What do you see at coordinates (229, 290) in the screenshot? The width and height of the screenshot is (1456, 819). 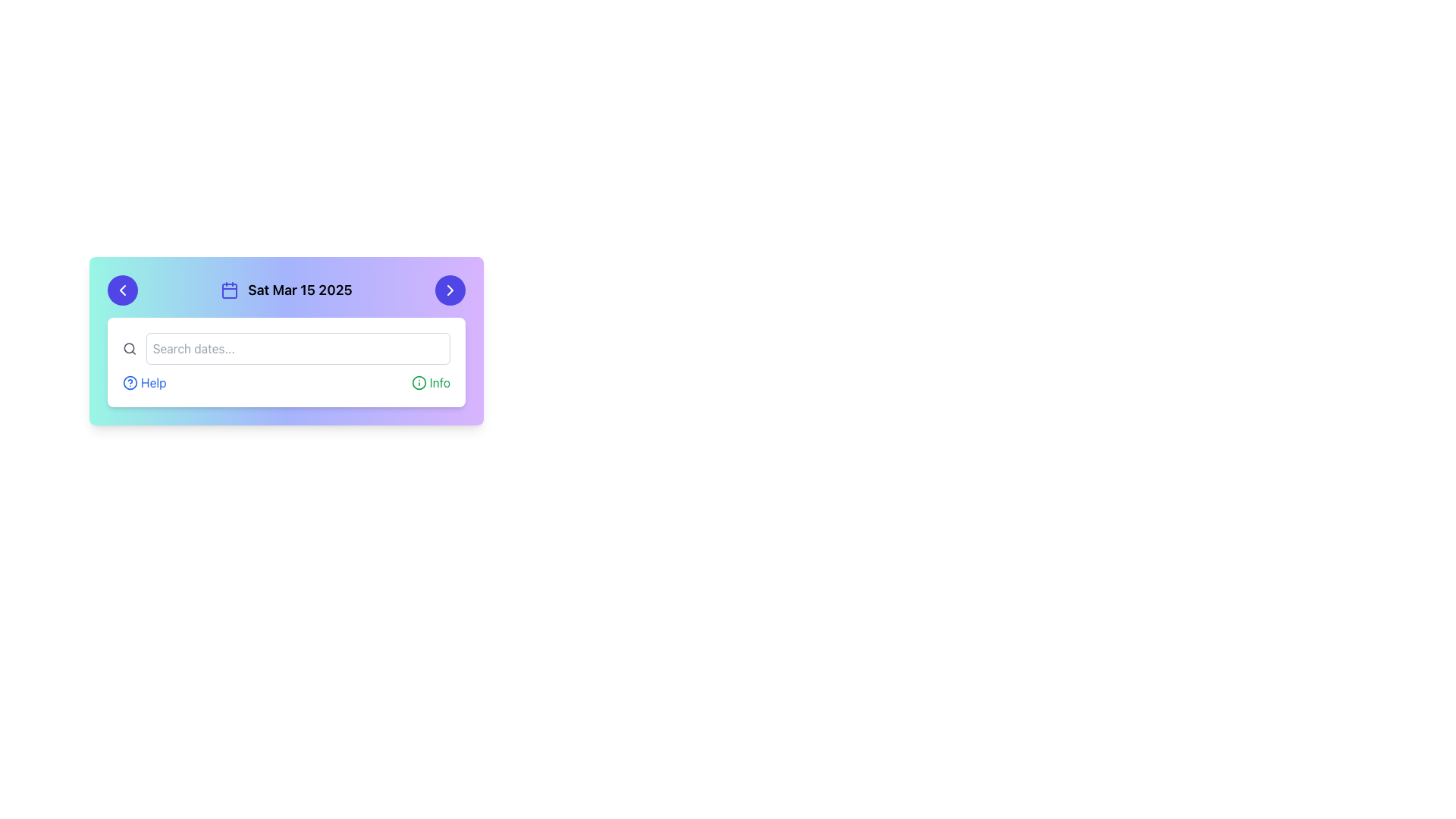 I see `the calendar icon located to the left of the text 'Sat Mar 15 2025' in the upper section of the card` at bounding box center [229, 290].